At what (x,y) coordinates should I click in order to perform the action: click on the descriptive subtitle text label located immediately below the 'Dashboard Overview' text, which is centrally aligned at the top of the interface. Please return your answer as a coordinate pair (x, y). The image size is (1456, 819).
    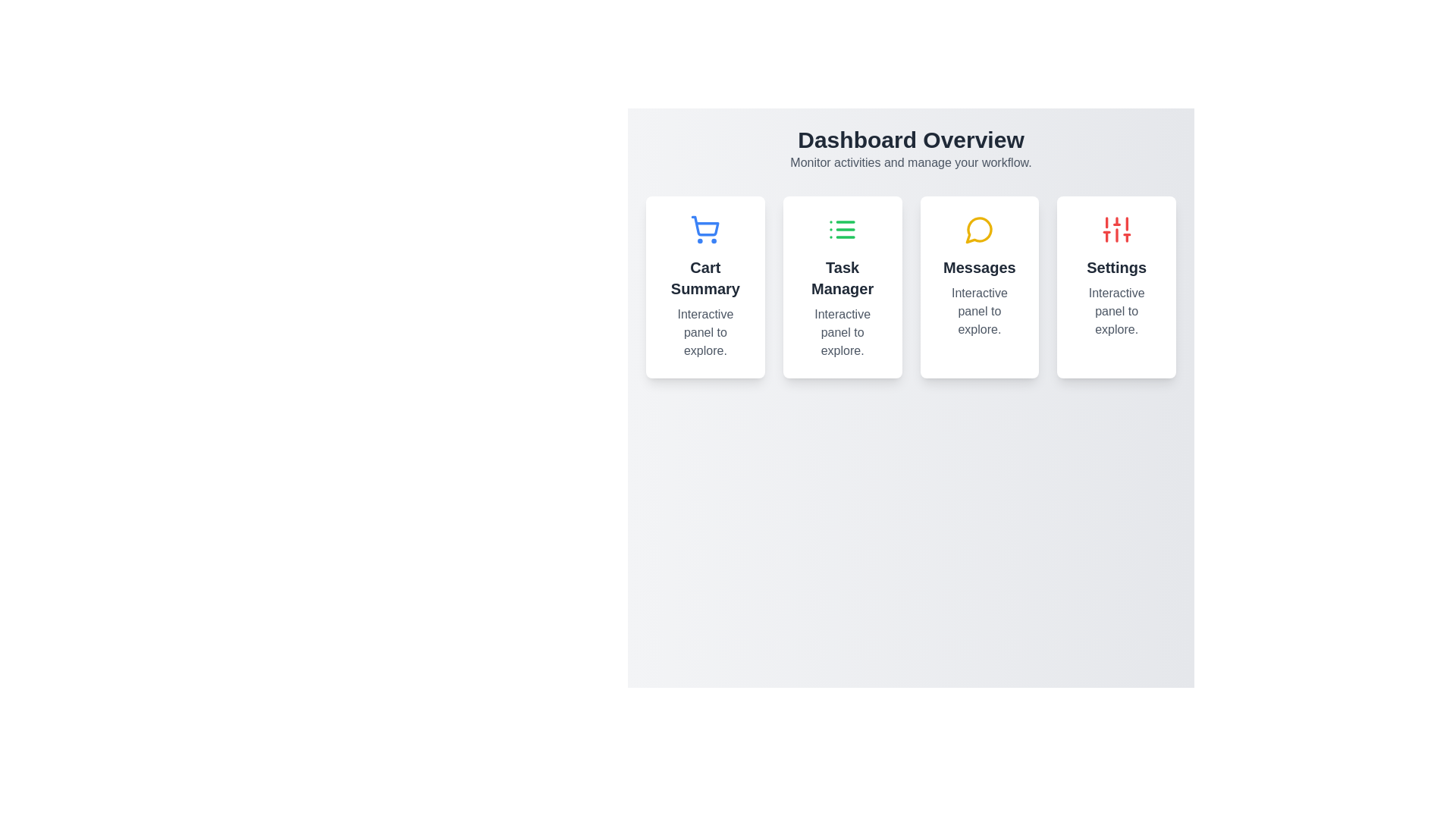
    Looking at the image, I should click on (910, 163).